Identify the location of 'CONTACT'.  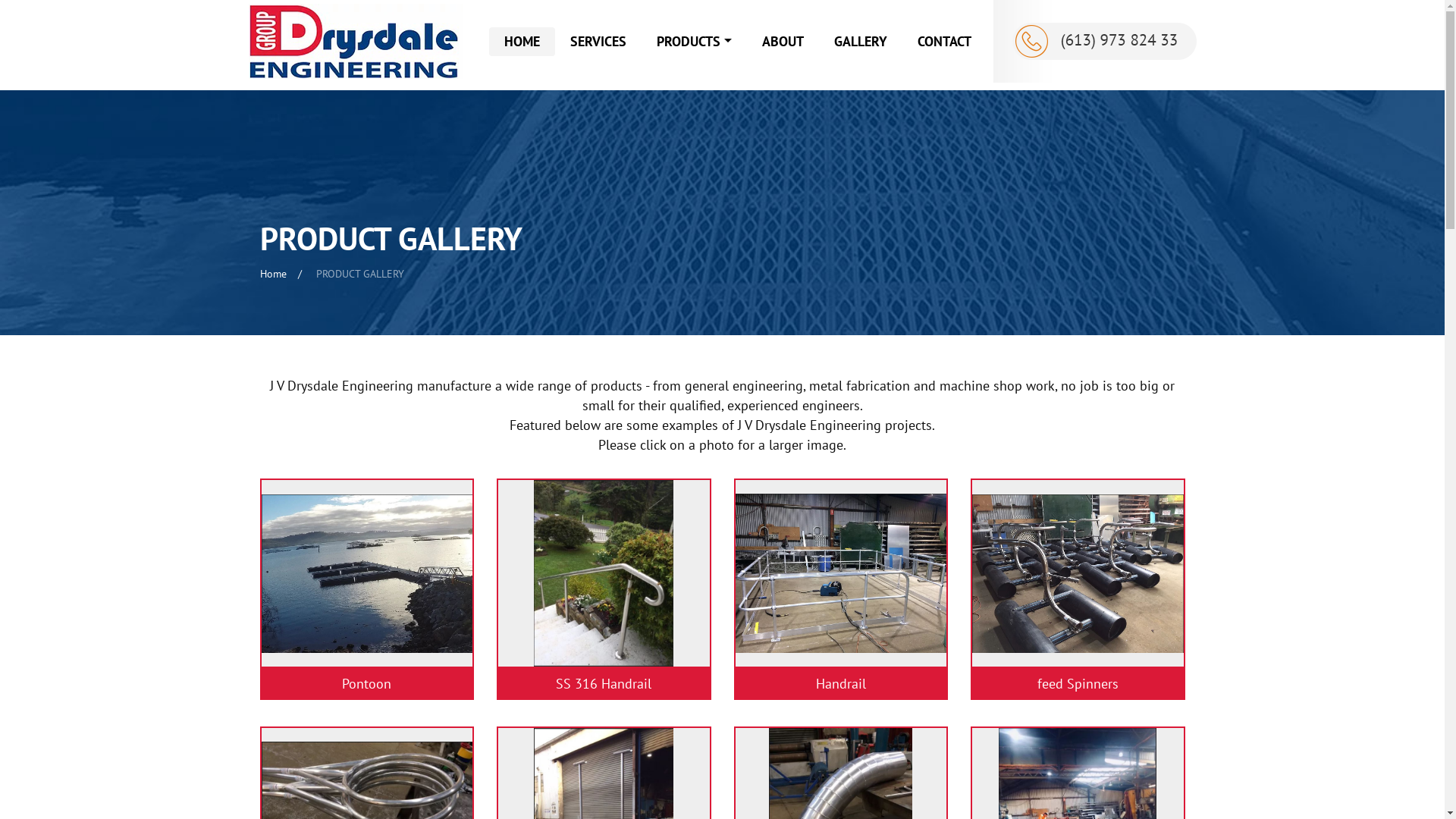
(943, 40).